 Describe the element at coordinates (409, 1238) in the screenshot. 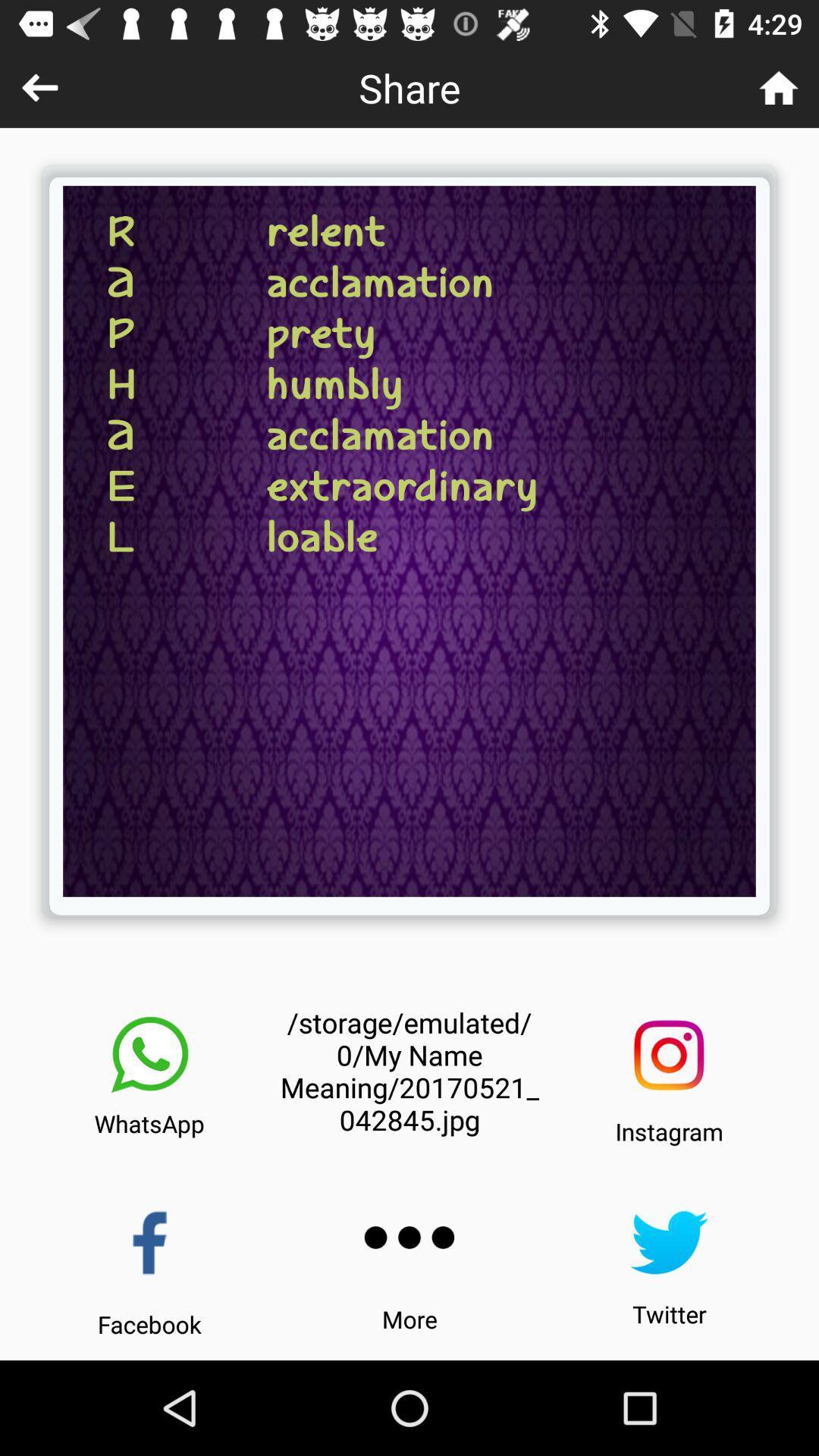

I see `more options selection` at that location.